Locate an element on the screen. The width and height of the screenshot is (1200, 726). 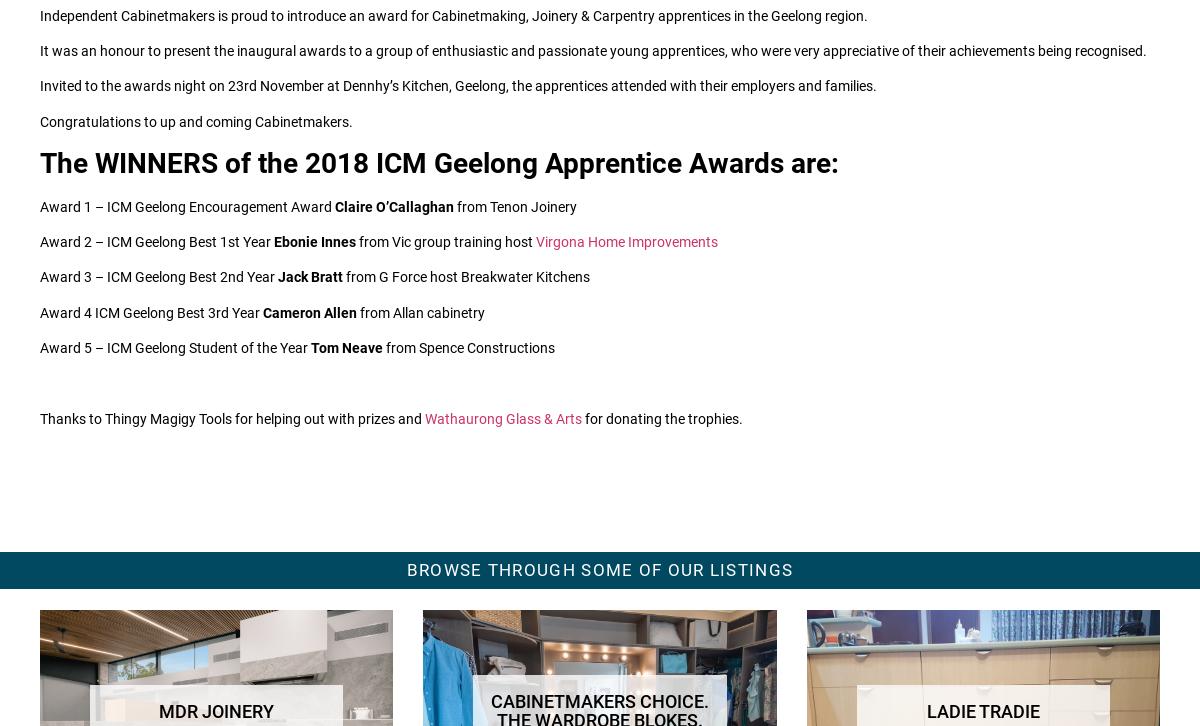
'Thanks to Thingy Magigy Tools for helping out with prizes and' is located at coordinates (39, 418).